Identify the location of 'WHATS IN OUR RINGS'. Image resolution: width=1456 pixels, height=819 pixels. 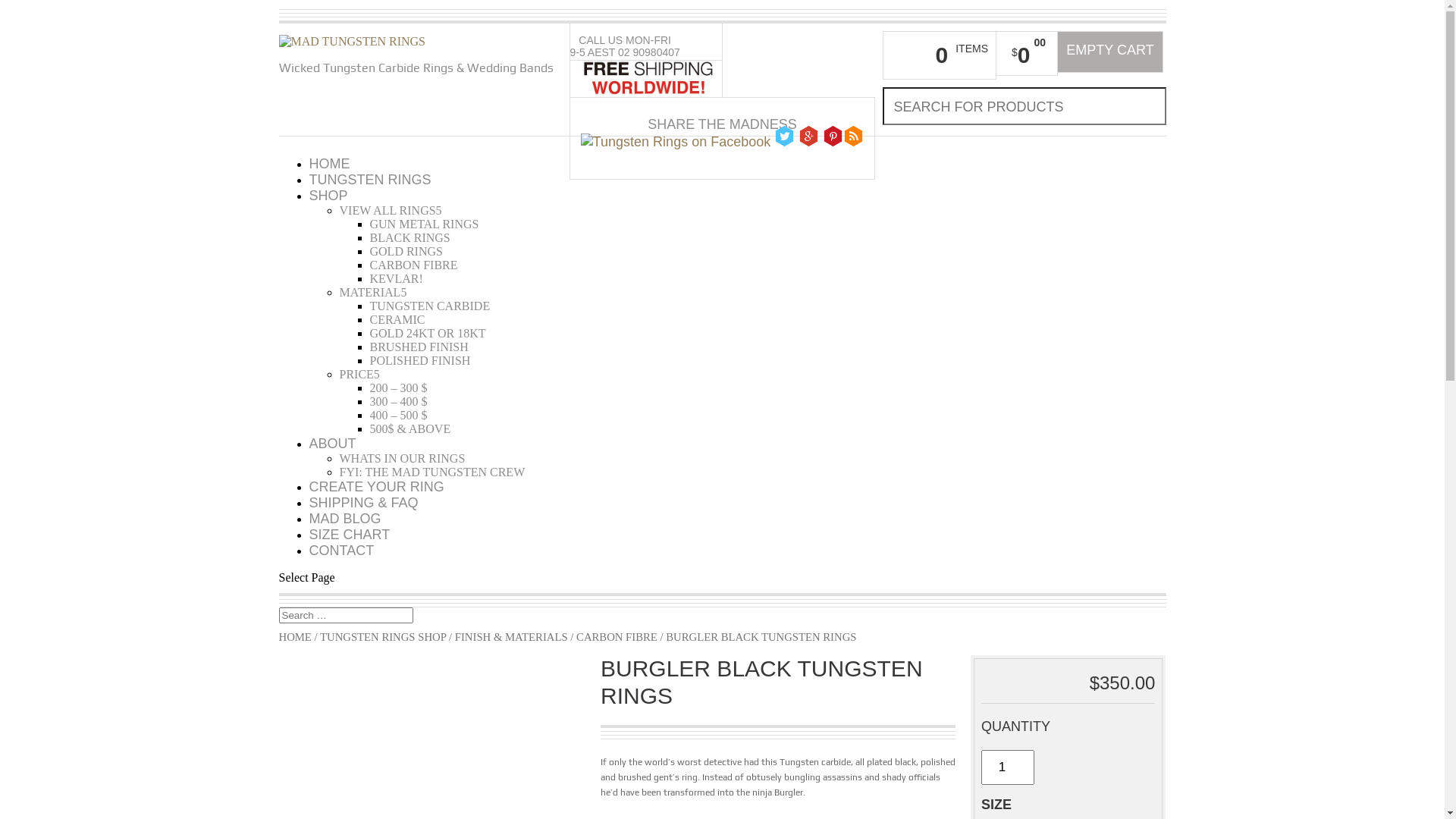
(403, 457).